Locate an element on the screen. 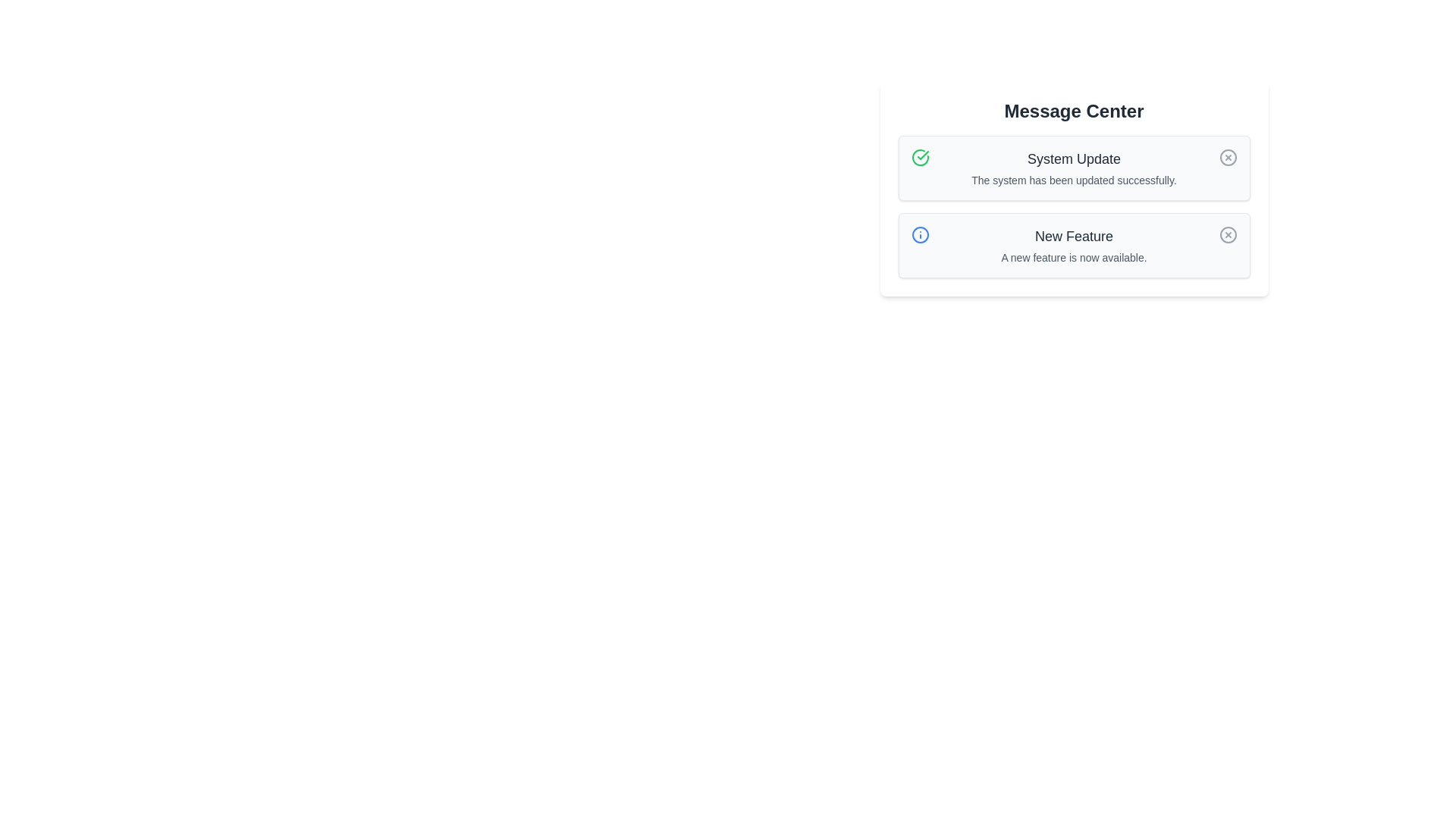 The height and width of the screenshot is (819, 1456). the 'System Update' notification component, which contains a bold heading and a subtext, centrally aligned within a grey background box, positioned below a green checkmark icon and to the left of a grey dismiss button is located at coordinates (1073, 168).